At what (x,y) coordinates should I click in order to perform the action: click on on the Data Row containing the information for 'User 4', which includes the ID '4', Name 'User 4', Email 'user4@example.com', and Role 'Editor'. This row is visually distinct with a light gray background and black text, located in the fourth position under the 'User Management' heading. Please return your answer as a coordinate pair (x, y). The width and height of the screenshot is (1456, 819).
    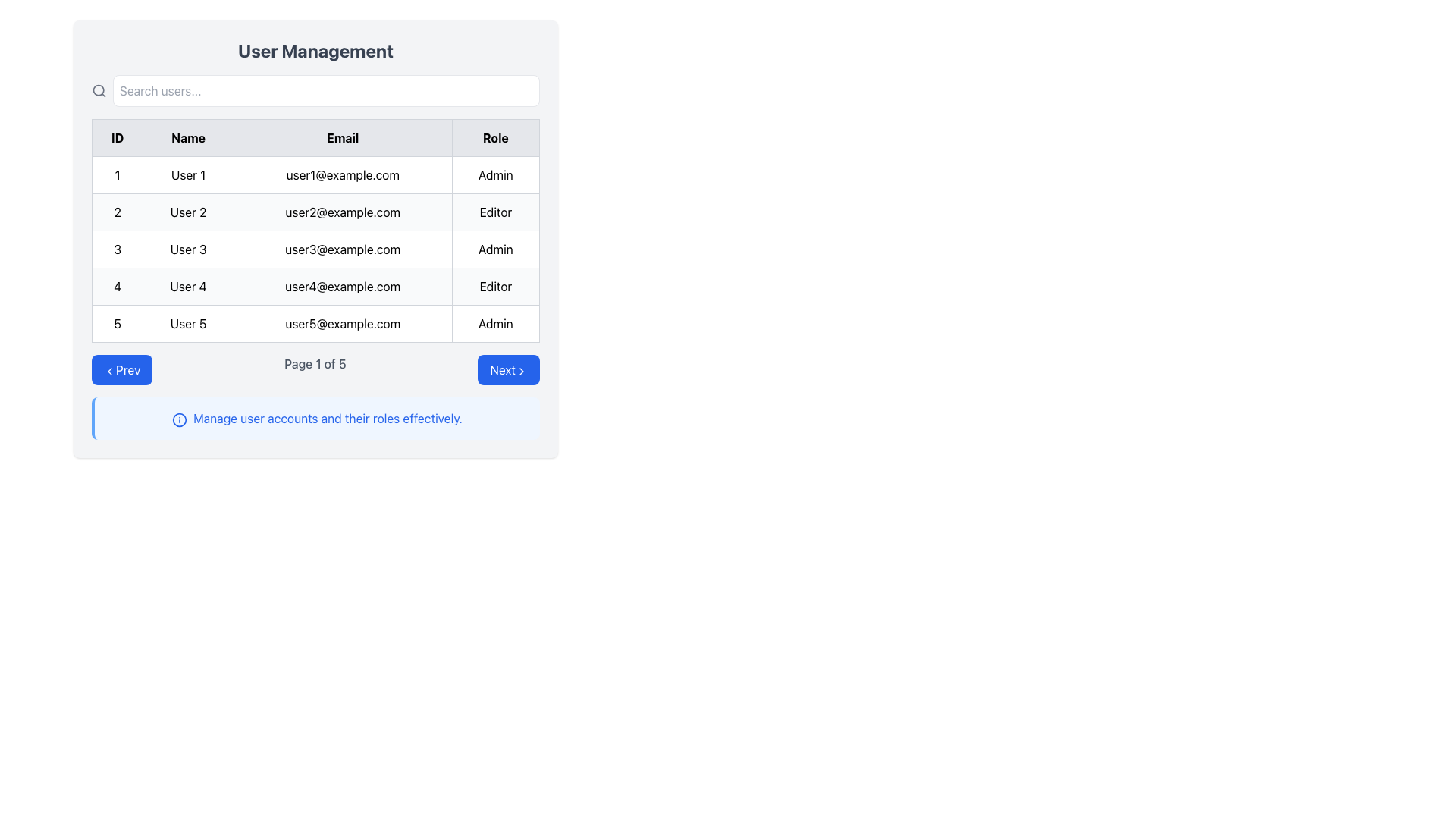
    Looking at the image, I should click on (315, 287).